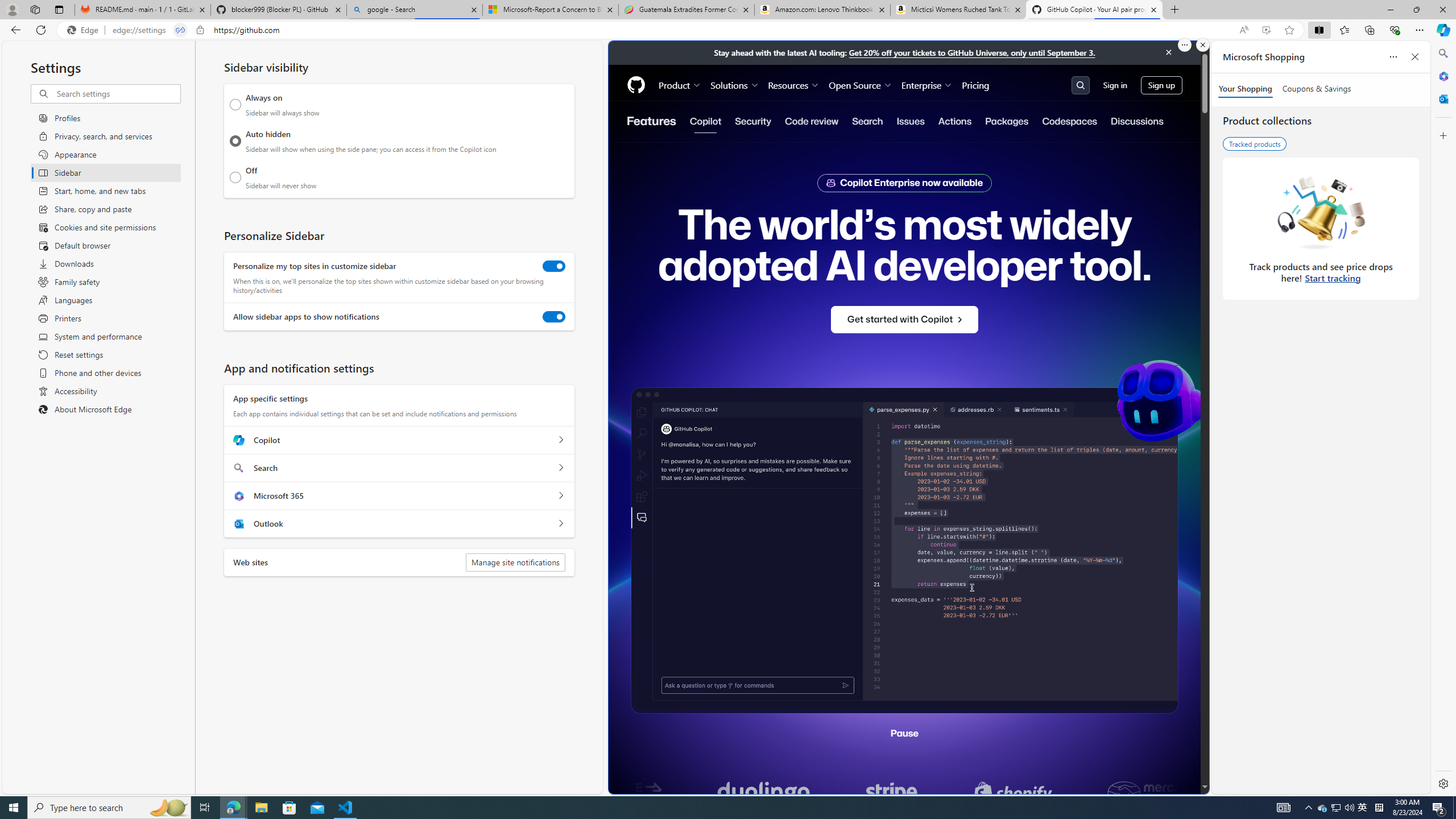  What do you see at coordinates (1115, 85) in the screenshot?
I see `'Sign in'` at bounding box center [1115, 85].